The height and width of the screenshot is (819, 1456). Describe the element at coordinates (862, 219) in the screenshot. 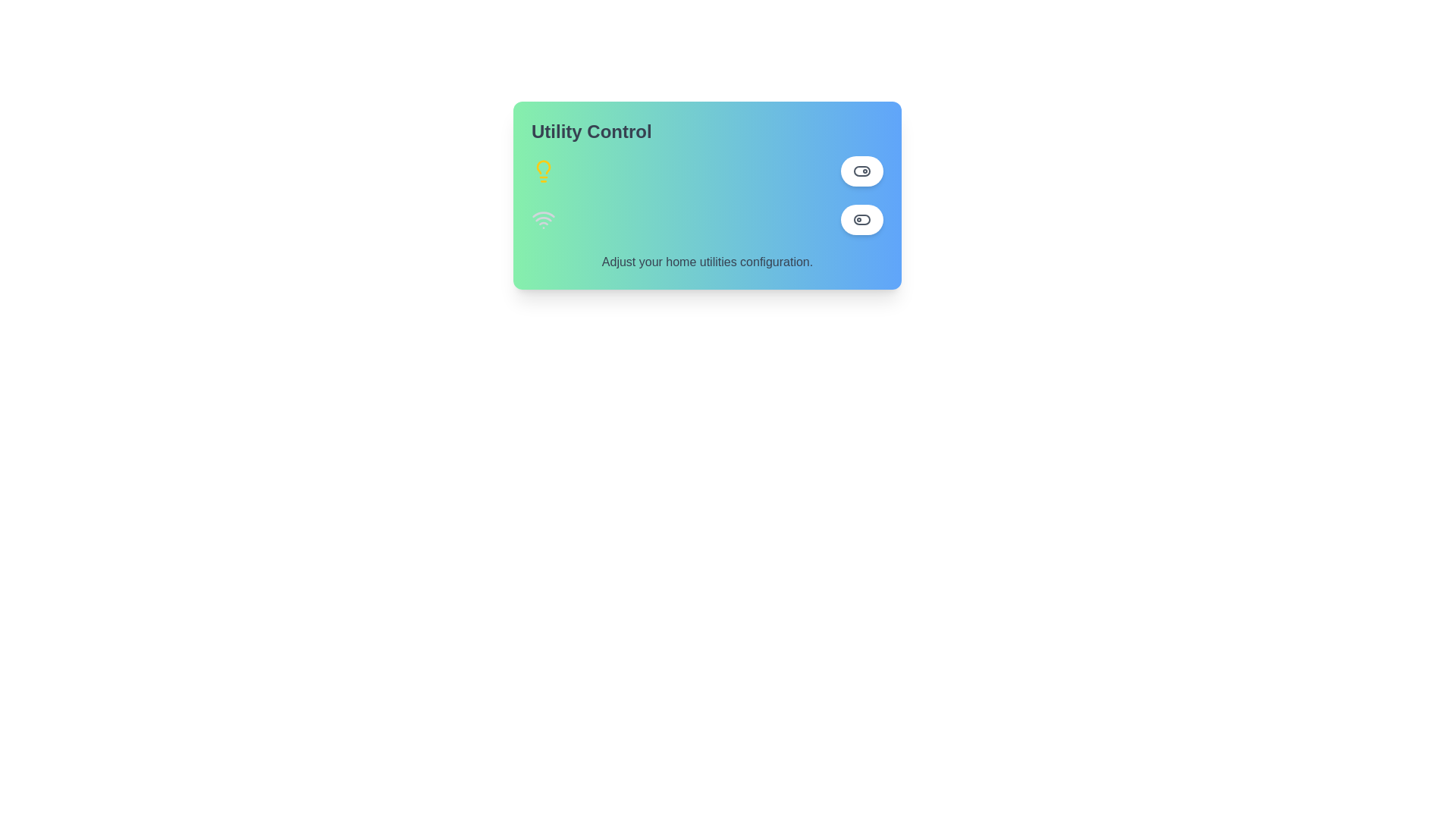

I see `the toggle switch, which has a classic design with a rectangular base and a circular handle indicating an 'off' state` at that location.